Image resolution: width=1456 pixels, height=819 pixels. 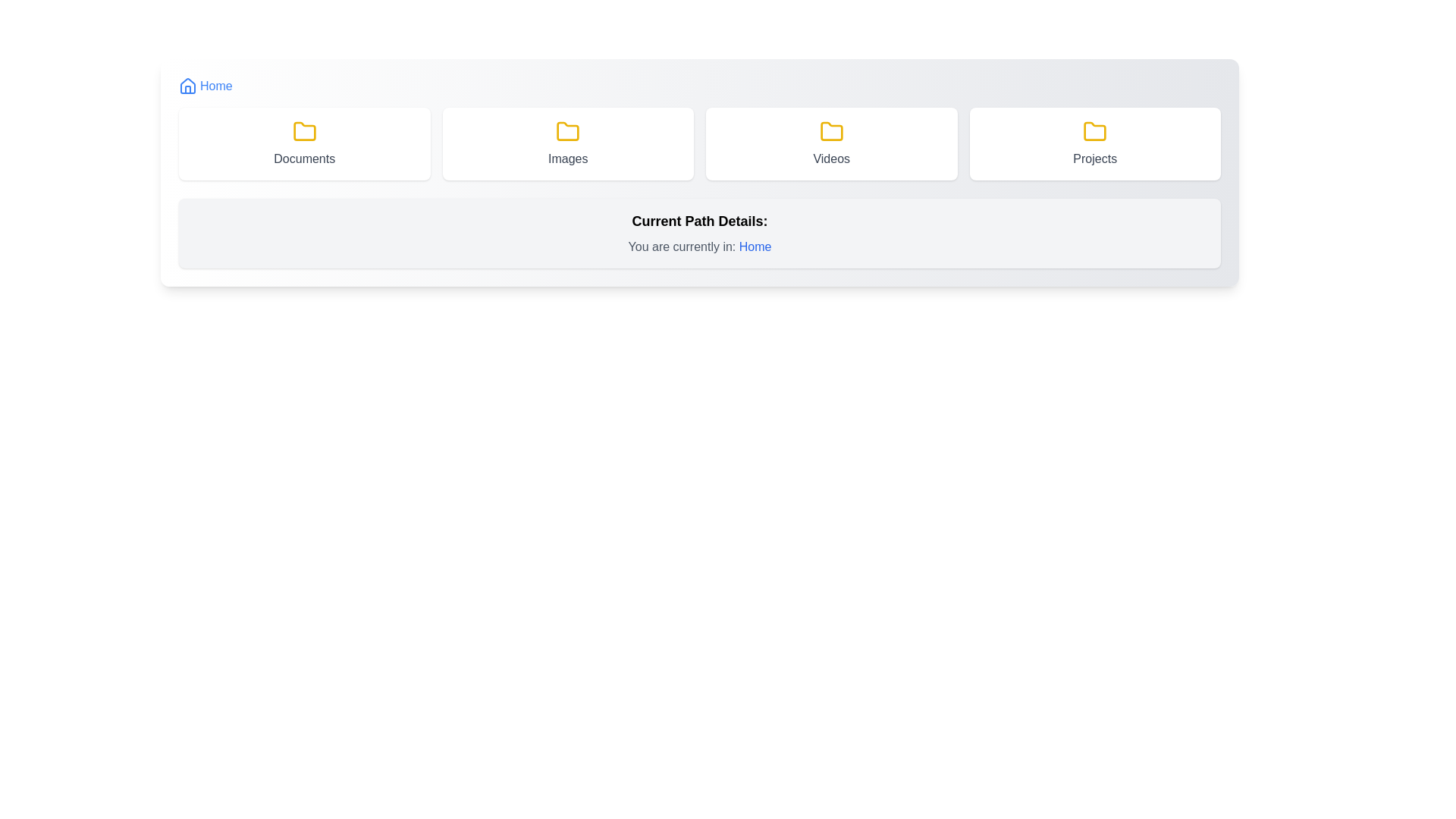 I want to click on the 'Images' button, which is the second element in a grid layout, so click(x=567, y=143).